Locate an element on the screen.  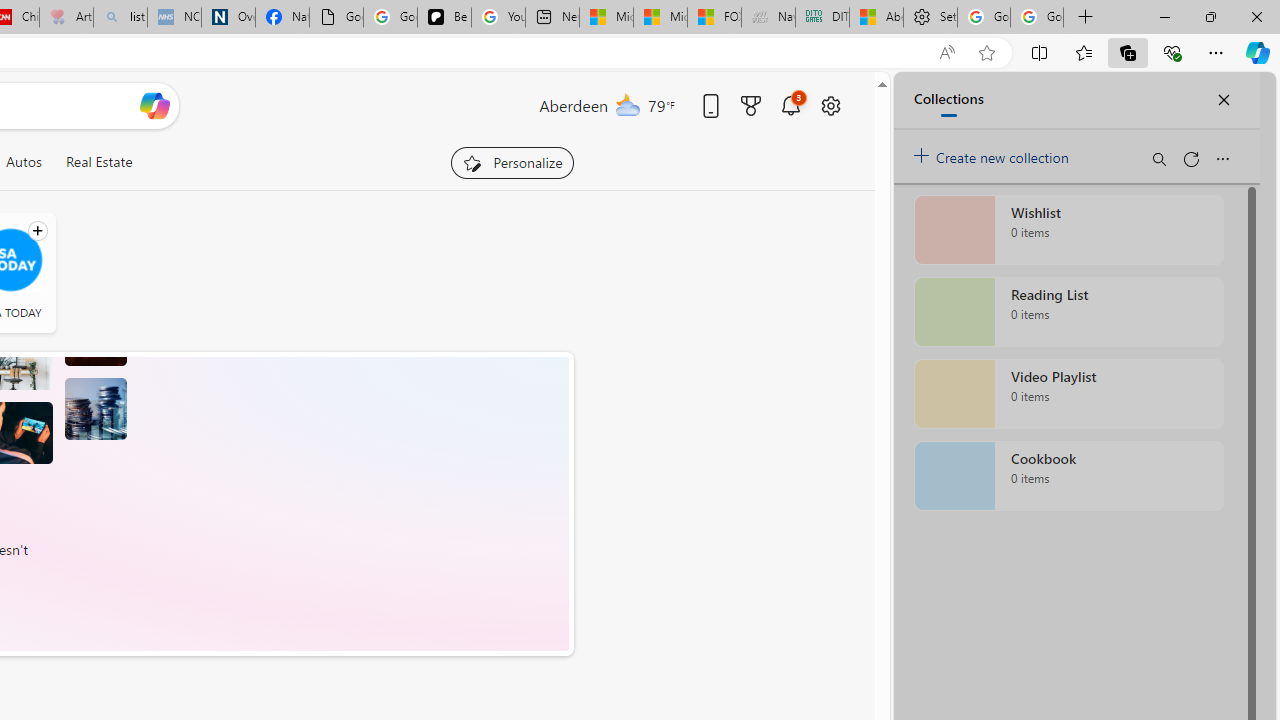
'FOX News - MSN' is located at coordinates (714, 17).